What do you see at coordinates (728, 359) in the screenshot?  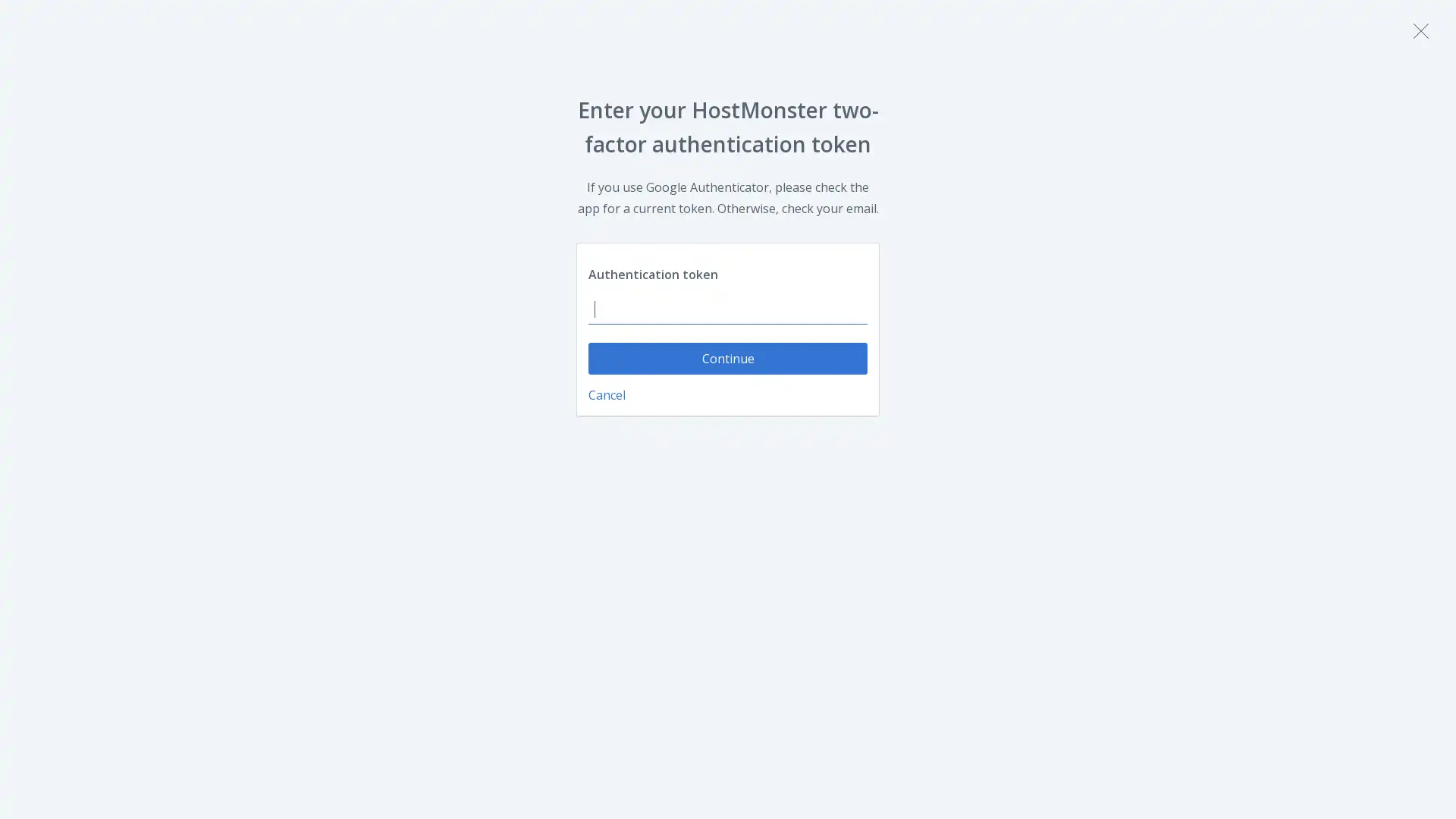 I see `Continue` at bounding box center [728, 359].